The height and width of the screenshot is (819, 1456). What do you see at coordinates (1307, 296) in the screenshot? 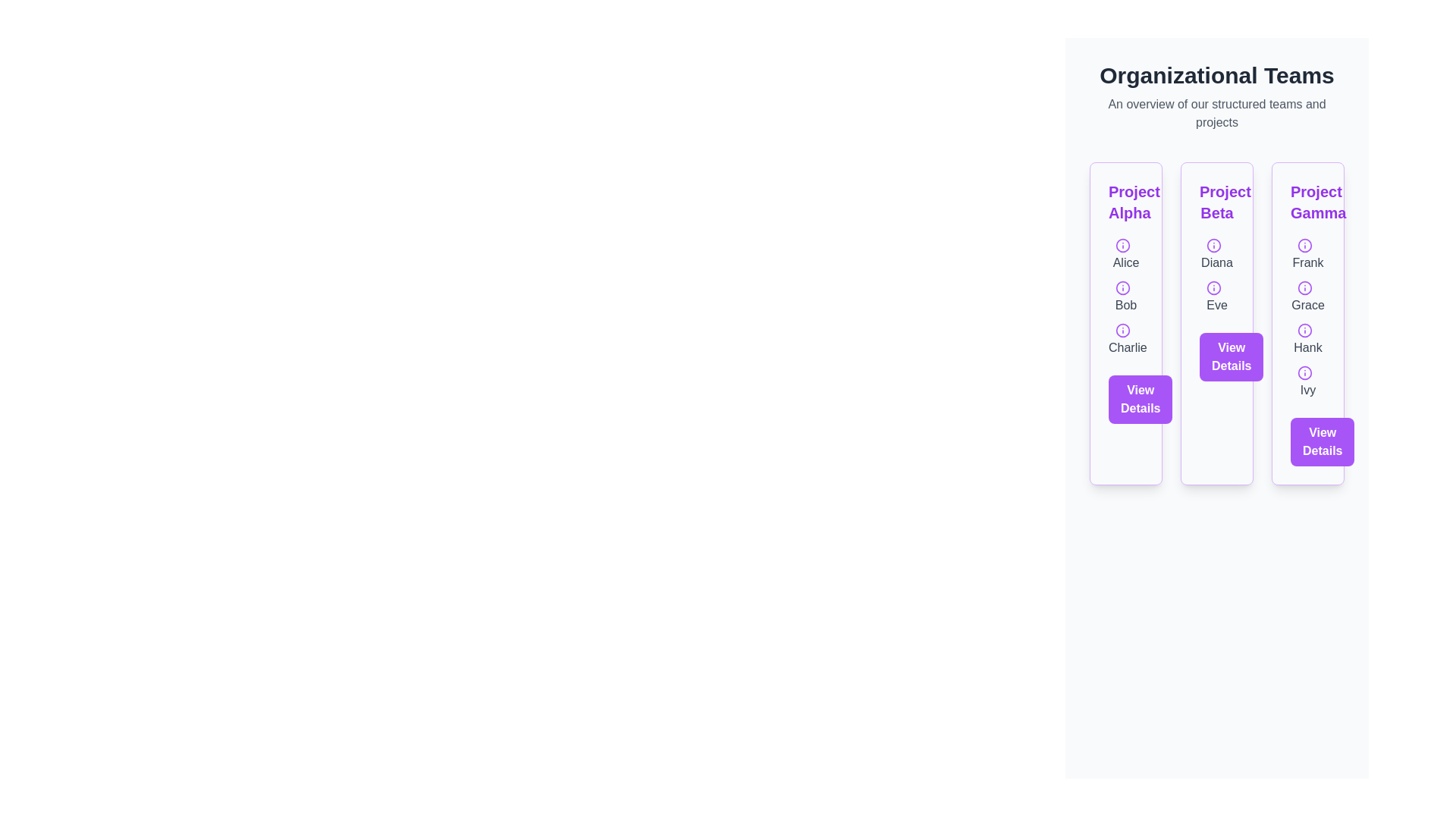
I see `the text label for 'Grace' associated with 'Project Gamma', which is the third entry` at bounding box center [1307, 296].